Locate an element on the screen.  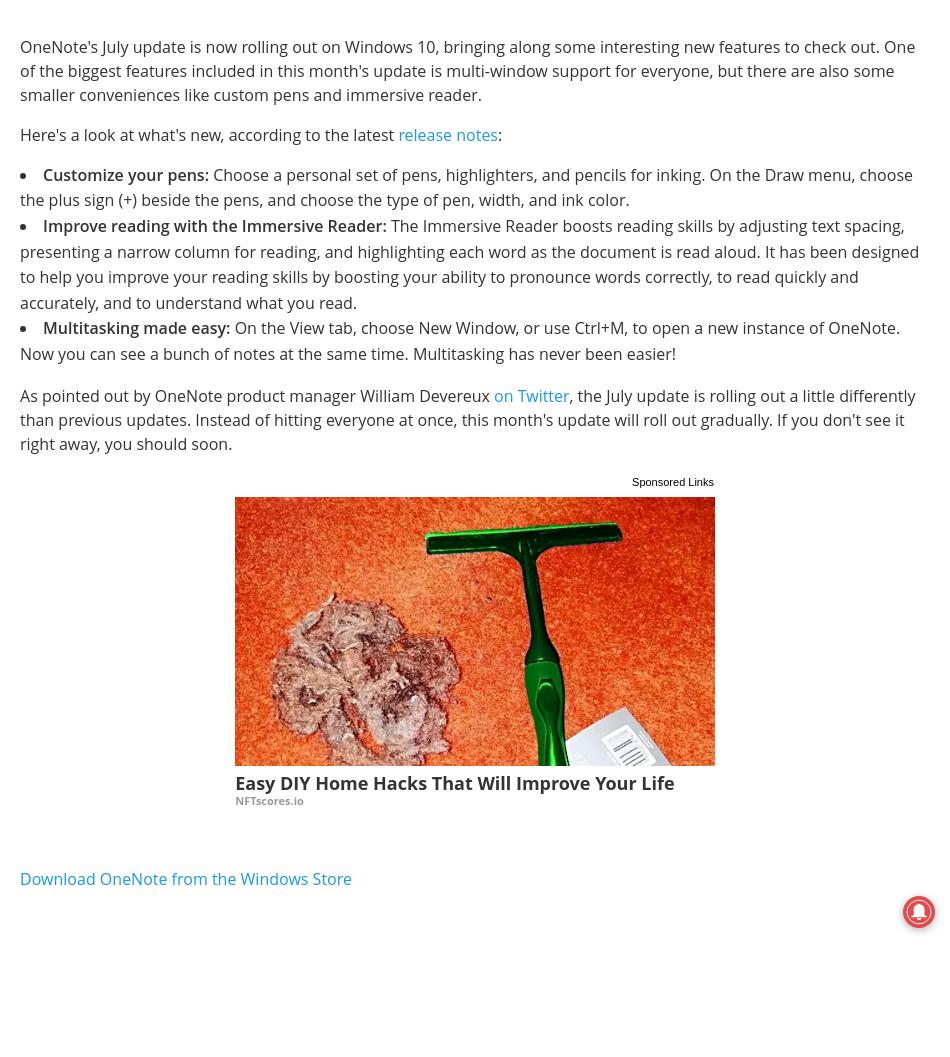
'The Immersive Reader boosts reading skills by adjusting text spacing, presenting a narrow column for reading, and highlighting each word as the document is read aloud. It has been designed to help you improve your reading skills by boosting your ability to pronounce words correctly, to read quickly and accurately, and to understand what you read.' is located at coordinates (468, 263).